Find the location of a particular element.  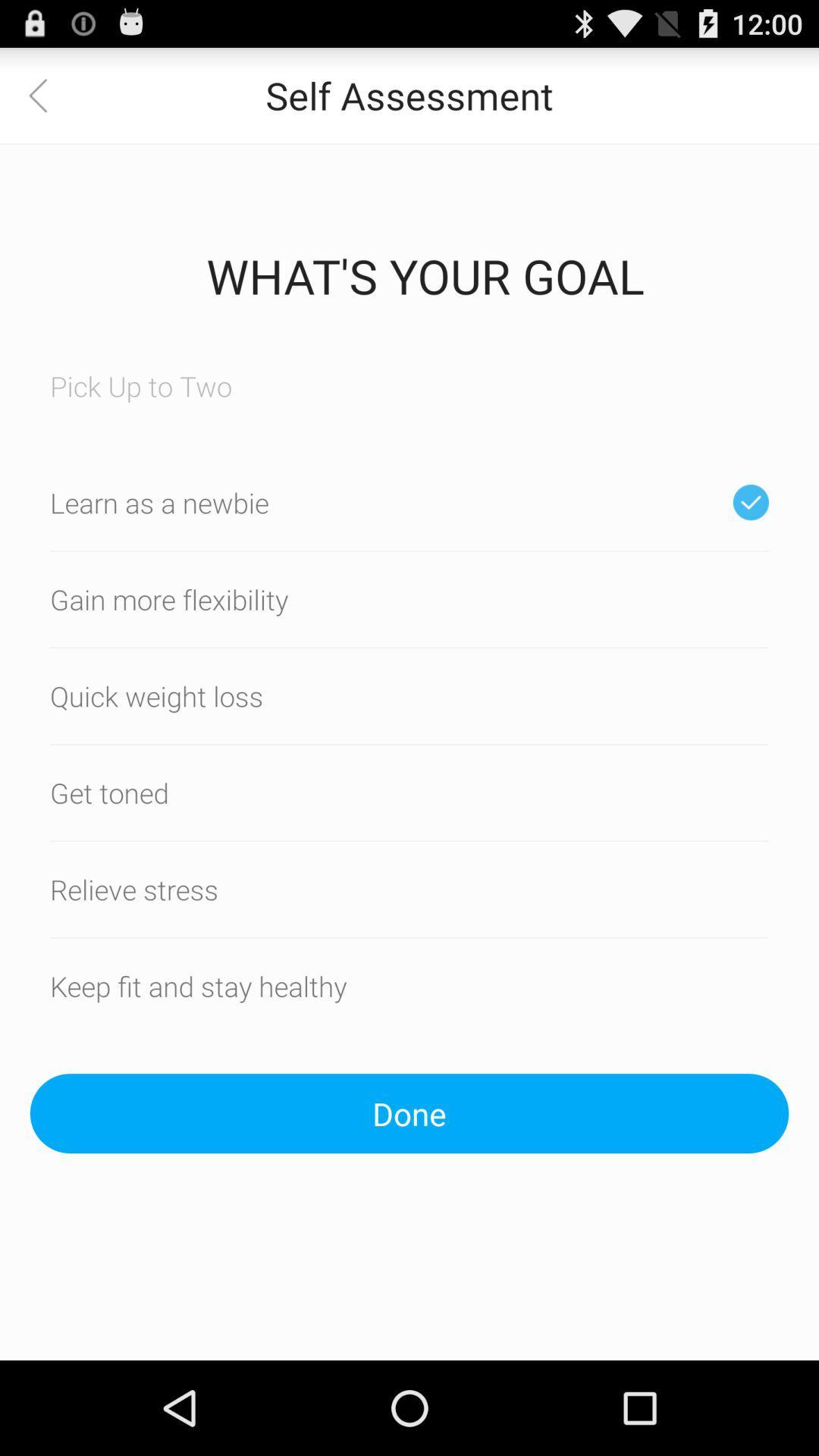

return to previous page is located at coordinates (46, 94).